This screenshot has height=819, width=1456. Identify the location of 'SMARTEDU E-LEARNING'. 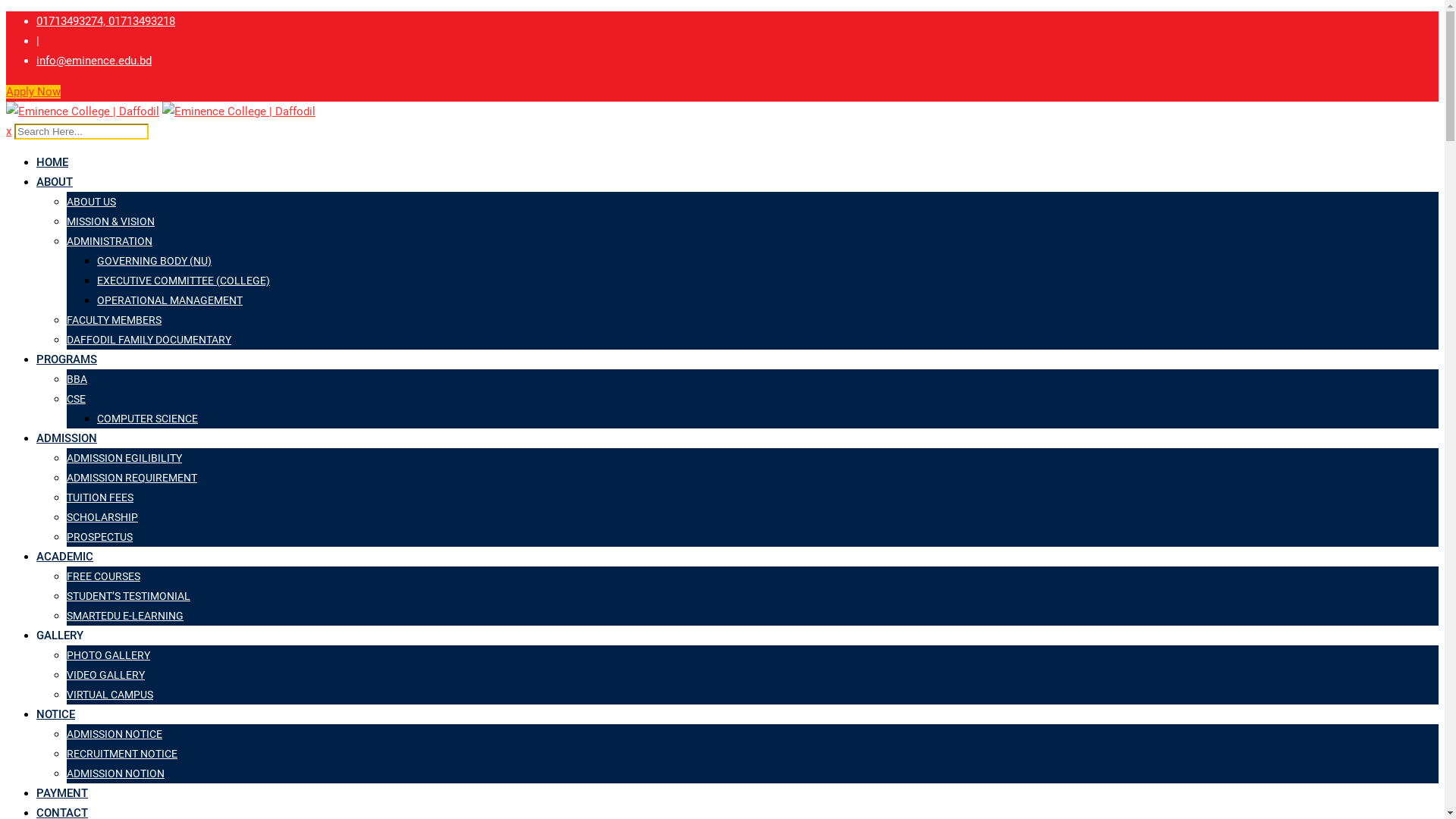
(124, 616).